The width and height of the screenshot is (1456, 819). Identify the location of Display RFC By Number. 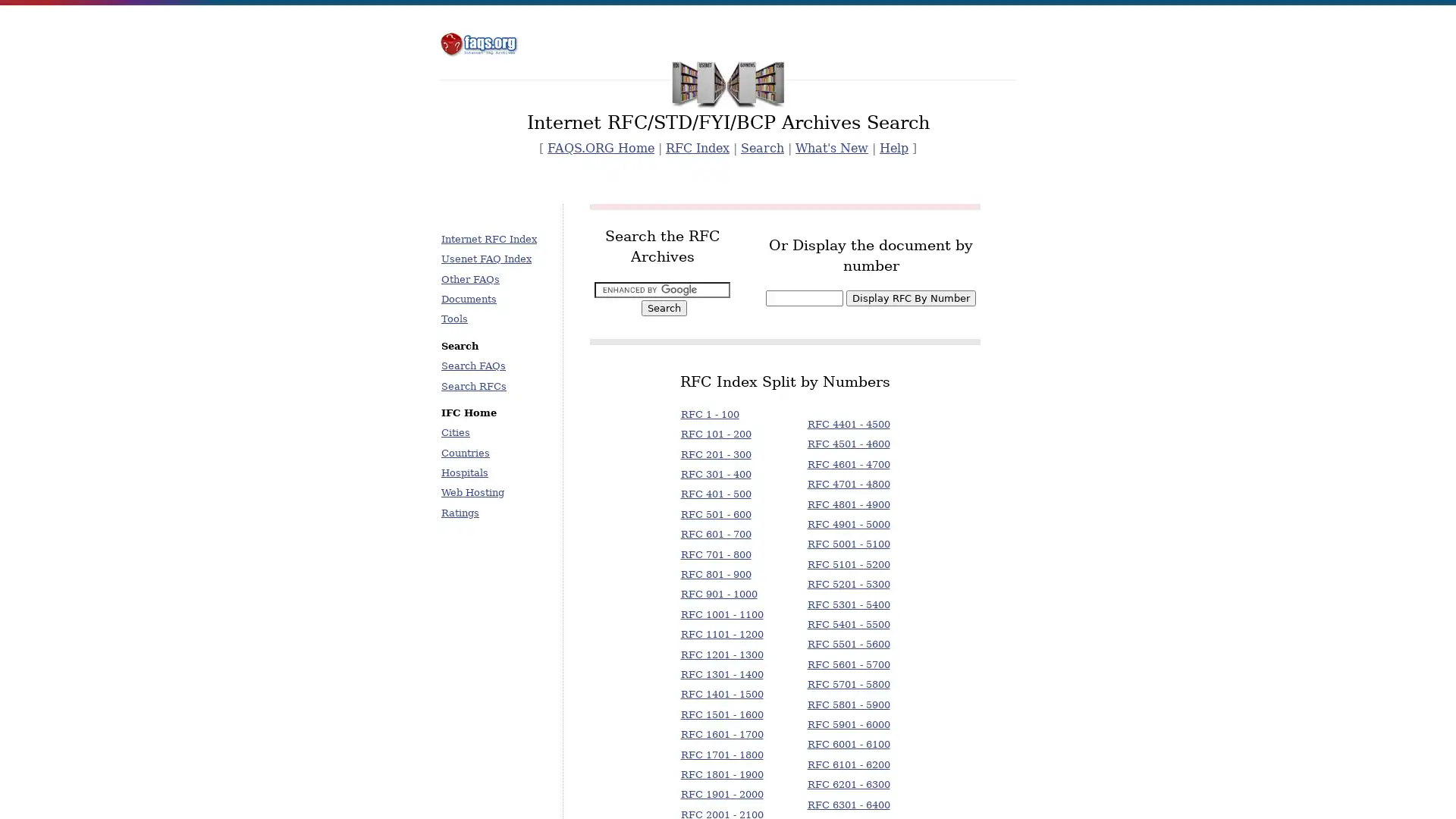
(910, 297).